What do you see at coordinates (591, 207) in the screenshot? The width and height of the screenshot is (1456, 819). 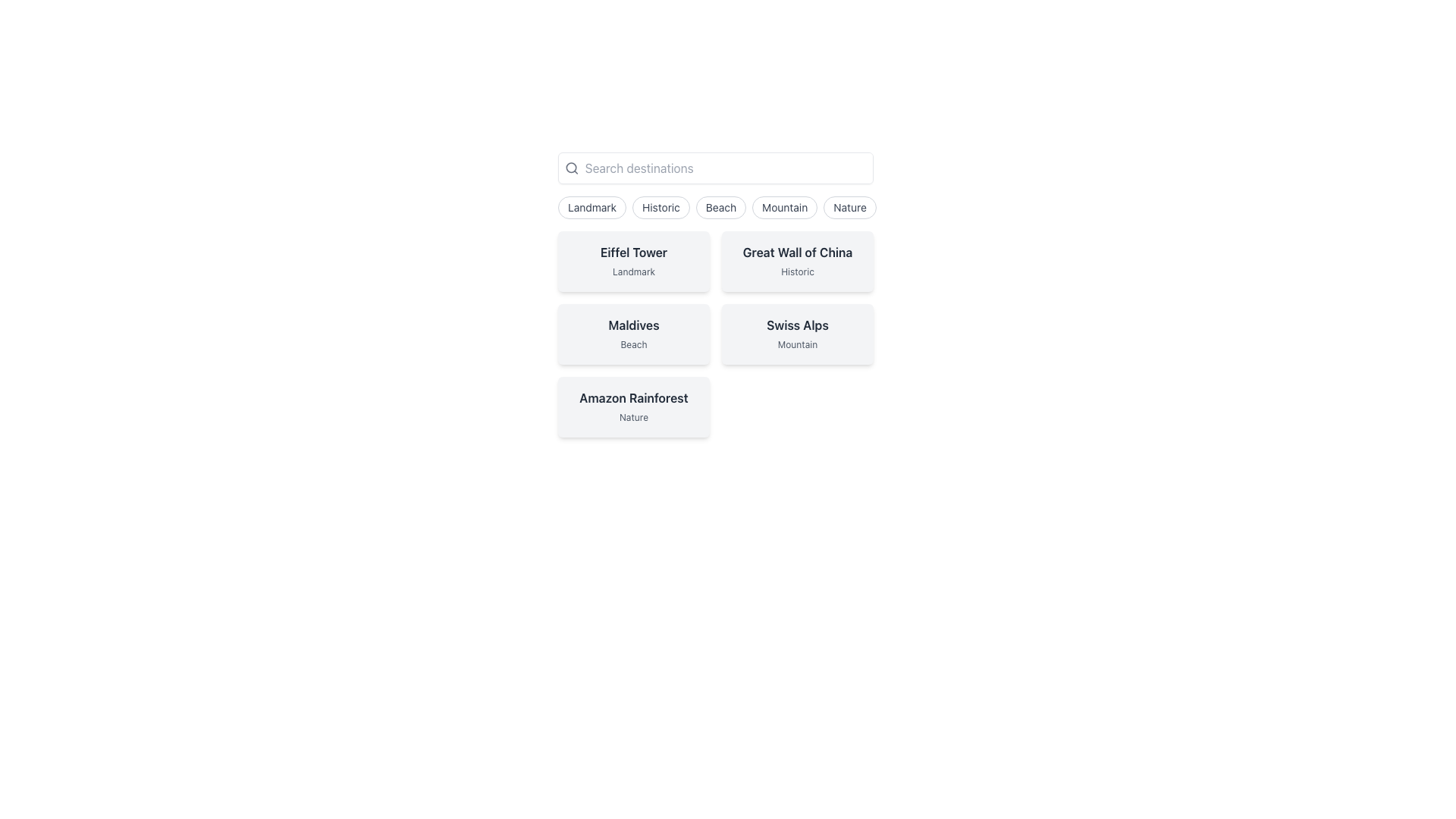 I see `the 'Landmark' category button, which is a pill-shaped button with a white background and gray text, located at the top of the interface` at bounding box center [591, 207].